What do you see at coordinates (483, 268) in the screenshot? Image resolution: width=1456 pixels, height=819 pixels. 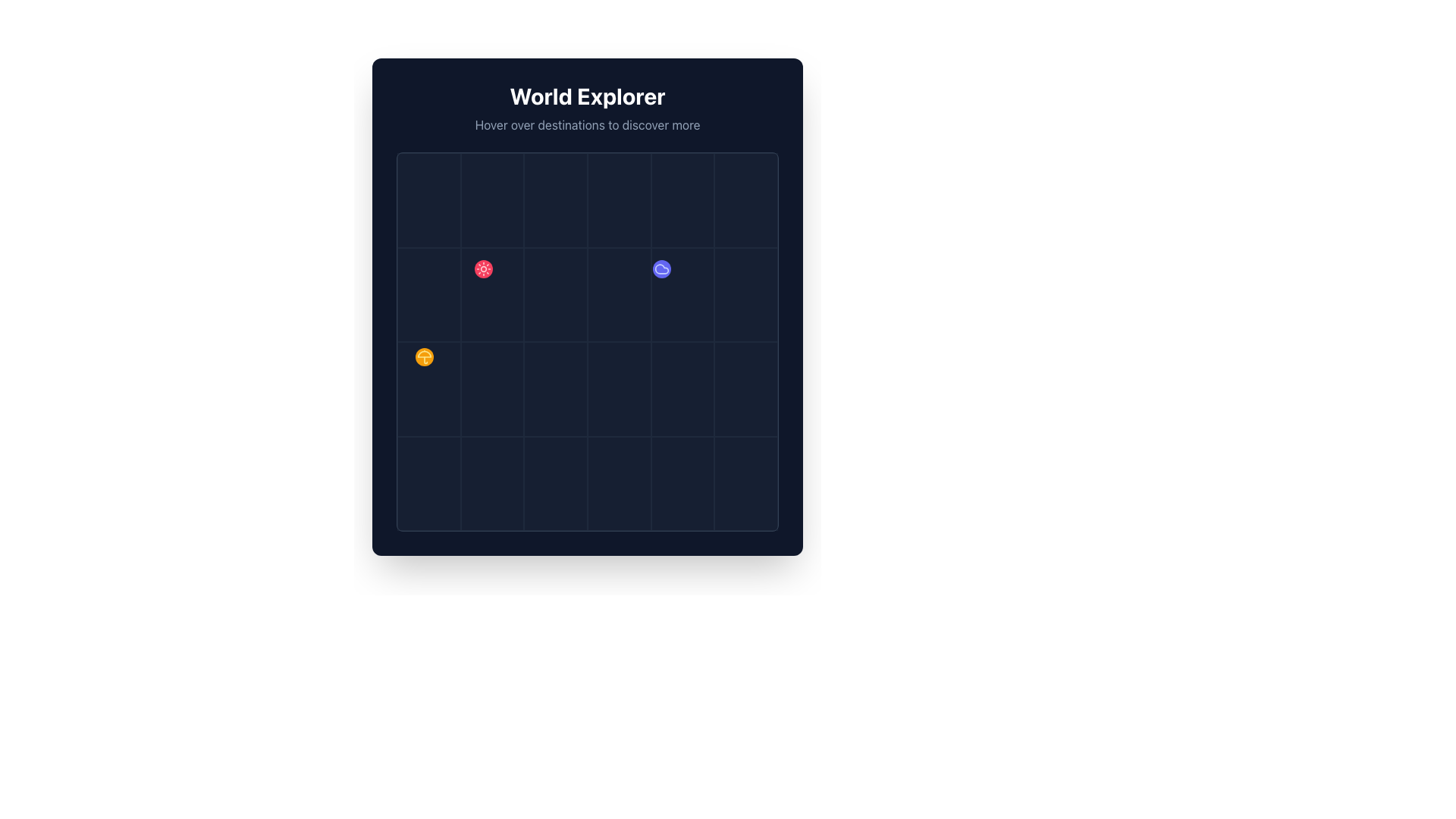 I see `the animated visual effect that highlights the rose-colored circle with the sun icon located in the central grid area of the main interactive map` at bounding box center [483, 268].